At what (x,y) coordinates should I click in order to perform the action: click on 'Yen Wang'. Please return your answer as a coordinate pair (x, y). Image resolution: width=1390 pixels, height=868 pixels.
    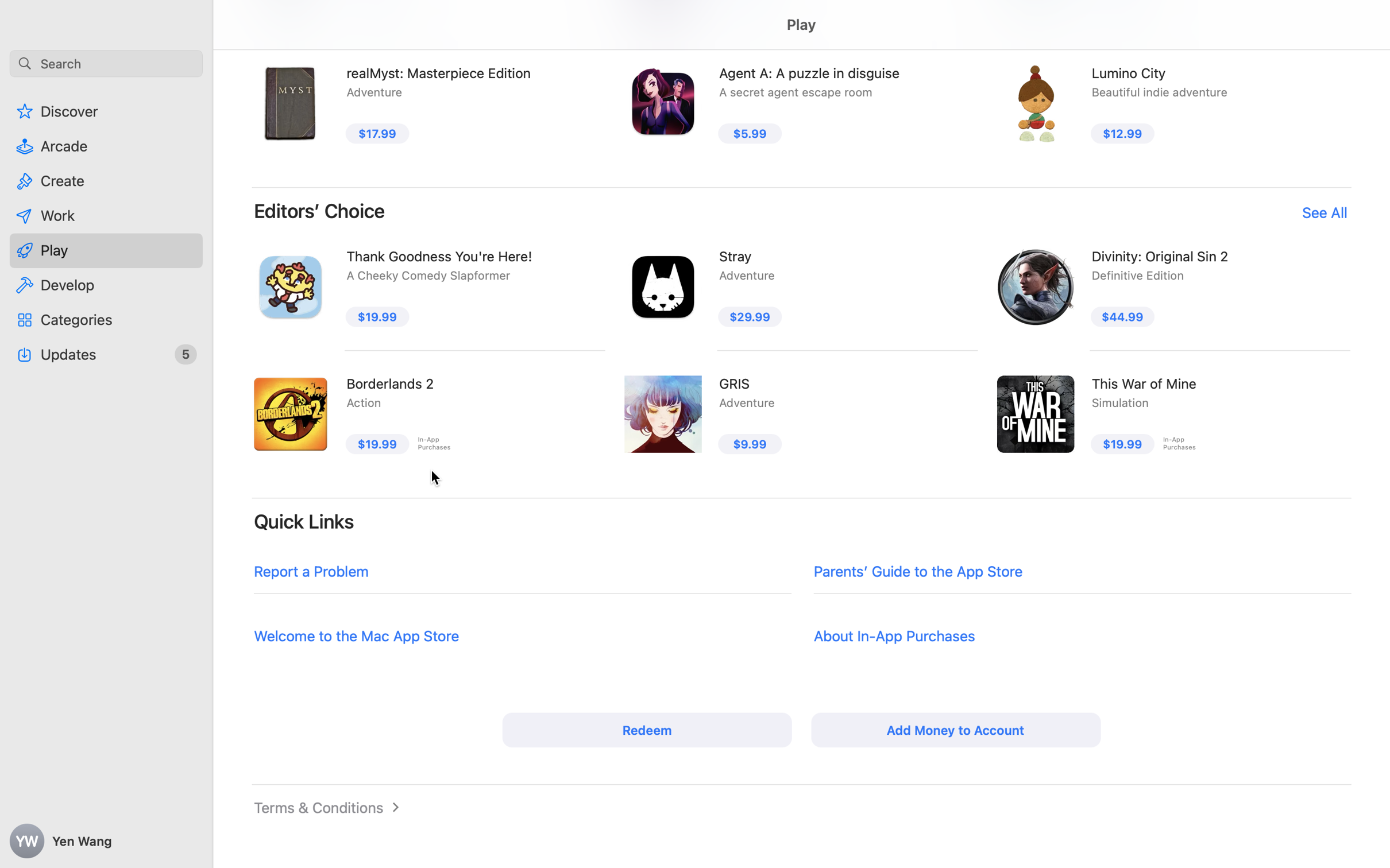
    Looking at the image, I should click on (106, 841).